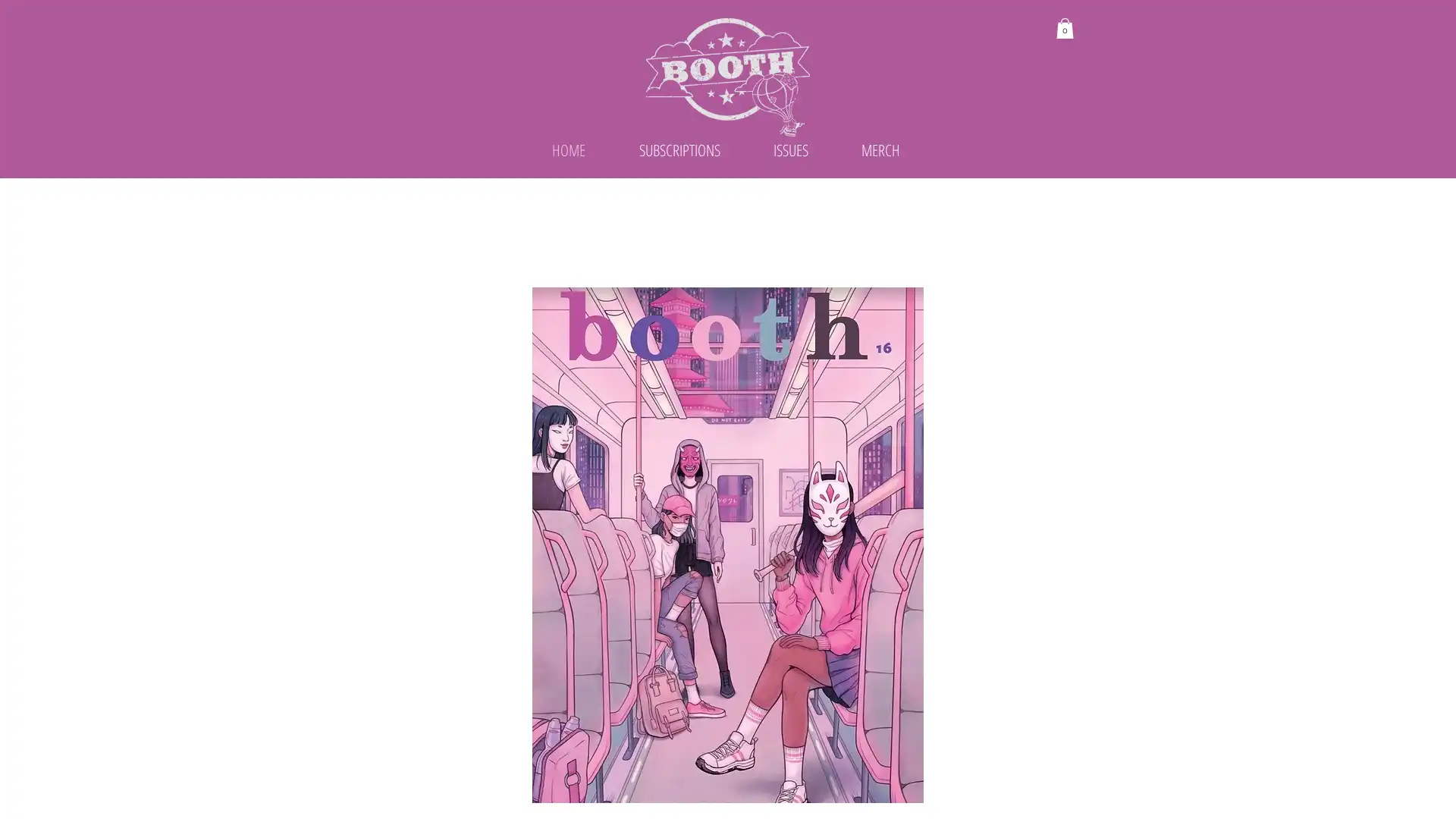  What do you see at coordinates (1064, 28) in the screenshot?
I see `Cart with 0 items` at bounding box center [1064, 28].